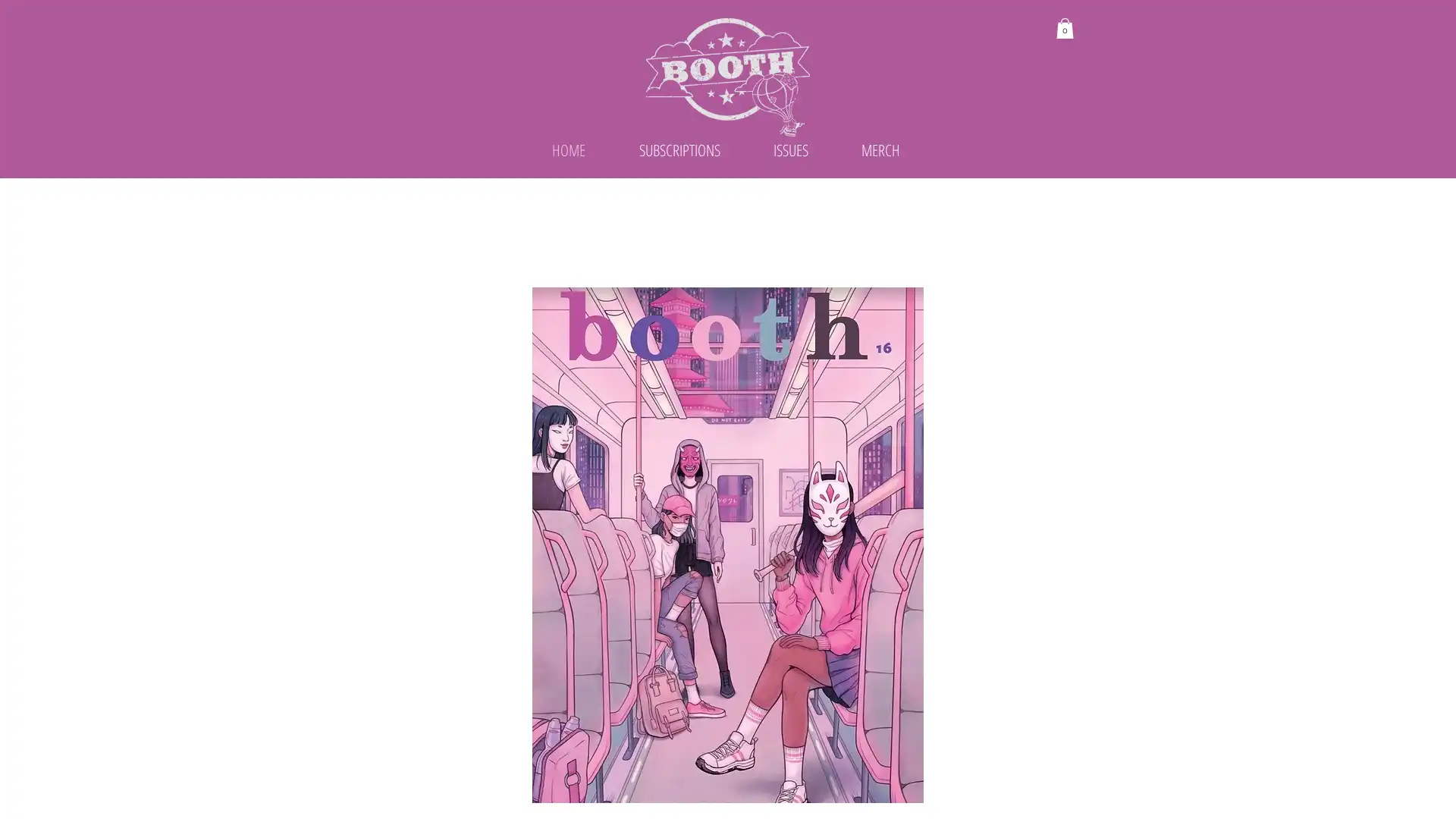  What do you see at coordinates (1064, 28) in the screenshot?
I see `Cart with 0 items` at bounding box center [1064, 28].